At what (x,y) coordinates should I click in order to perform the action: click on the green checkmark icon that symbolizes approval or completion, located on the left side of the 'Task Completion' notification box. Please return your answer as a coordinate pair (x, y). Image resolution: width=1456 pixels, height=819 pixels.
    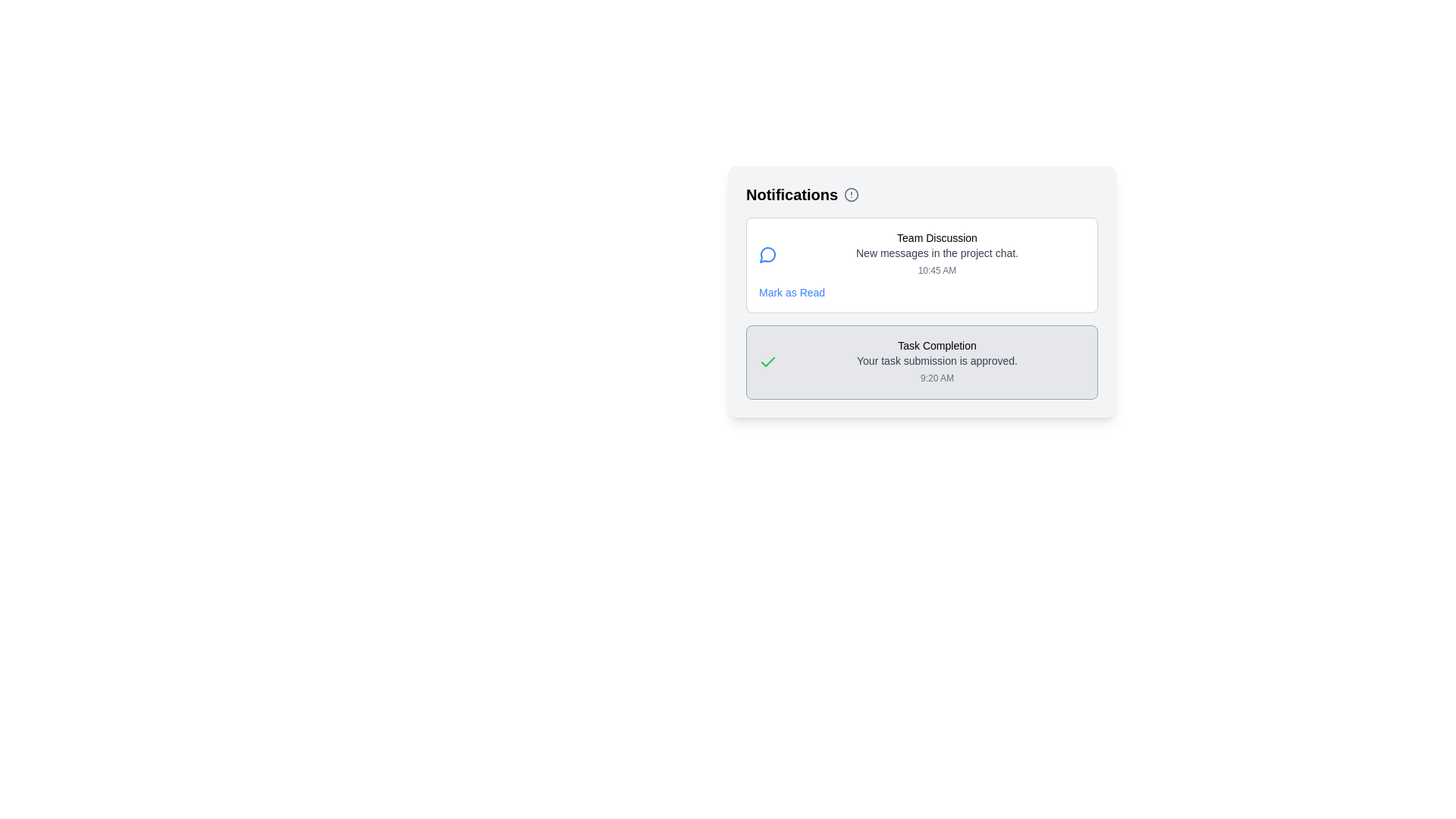
    Looking at the image, I should click on (767, 362).